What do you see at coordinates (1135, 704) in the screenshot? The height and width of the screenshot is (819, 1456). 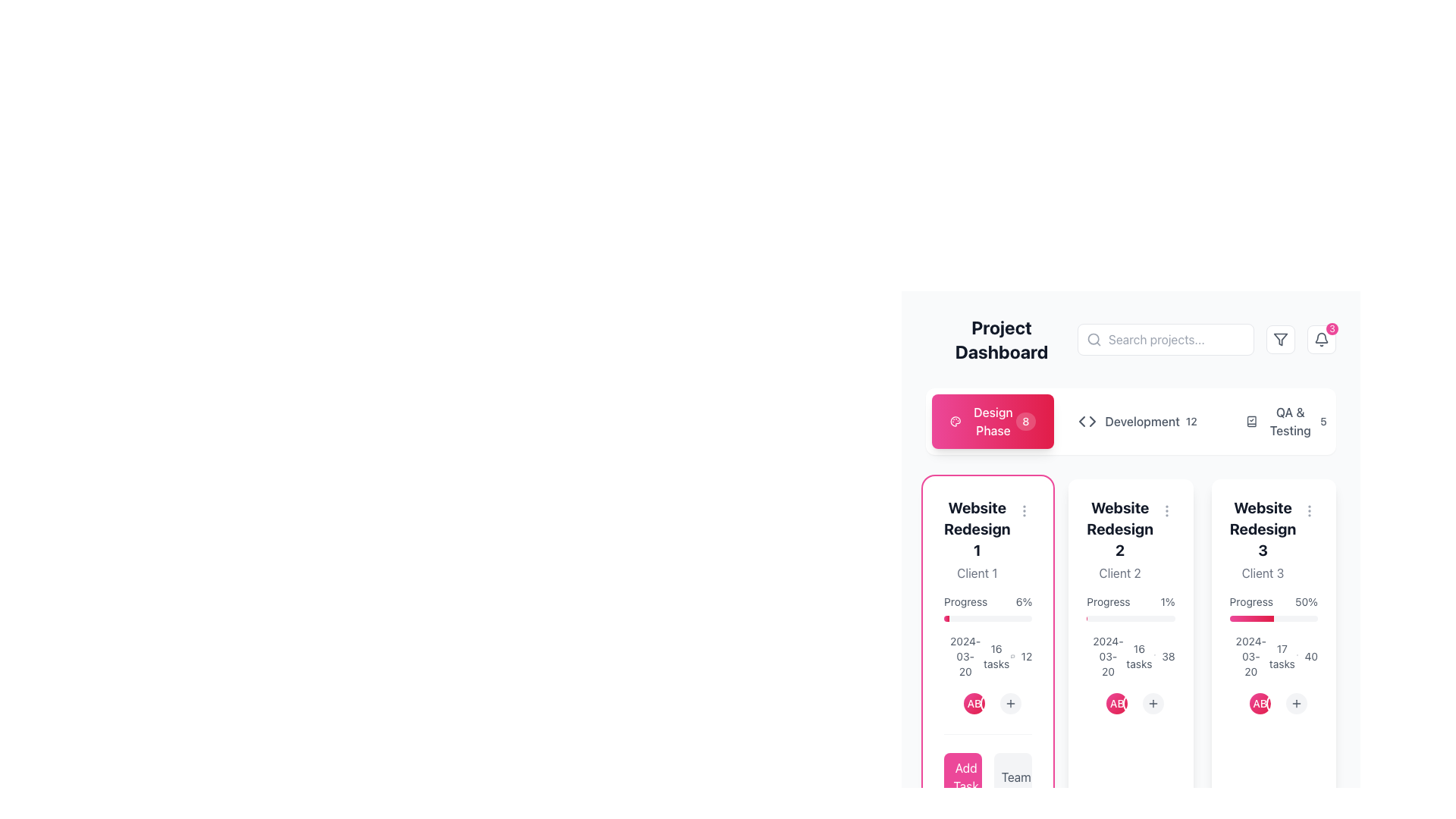 I see `the circular button with the text 'AB', which has a gradient background and is outlined with a white border` at bounding box center [1135, 704].